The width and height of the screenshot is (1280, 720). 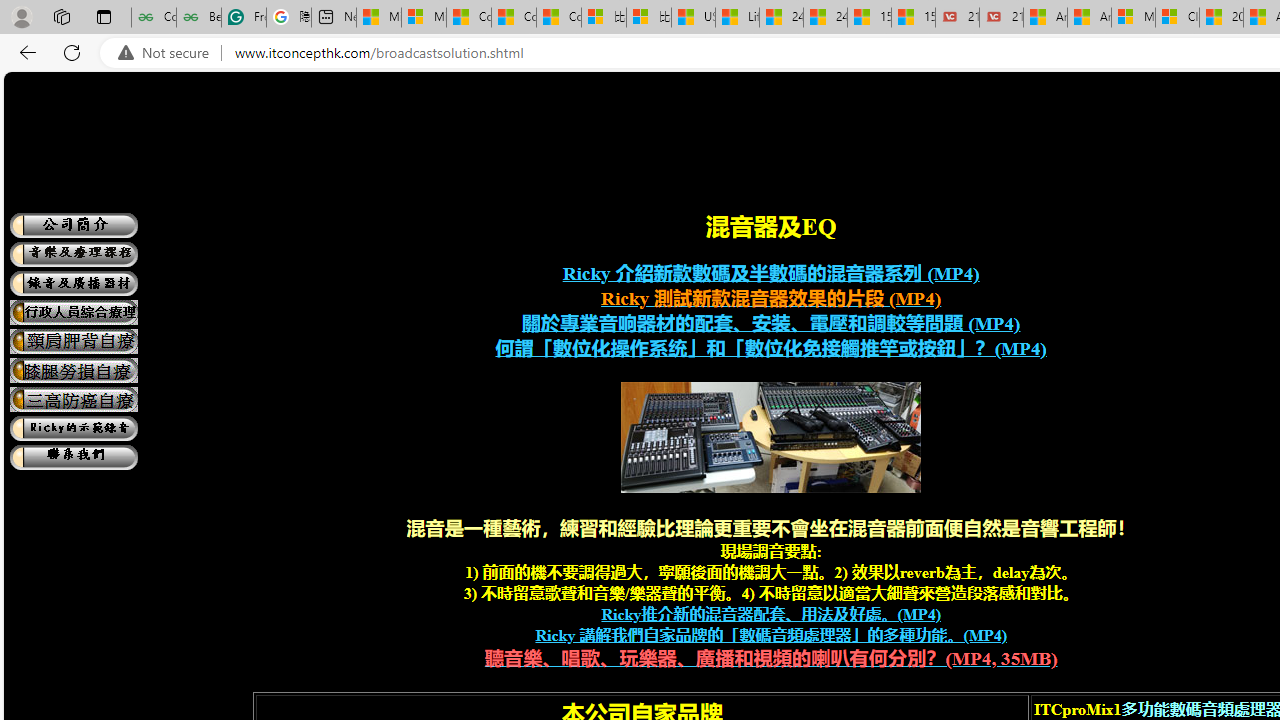 I want to click on 'Complete Guide to Arrays Data Structure - GeeksforGeeks', so click(x=153, y=17).